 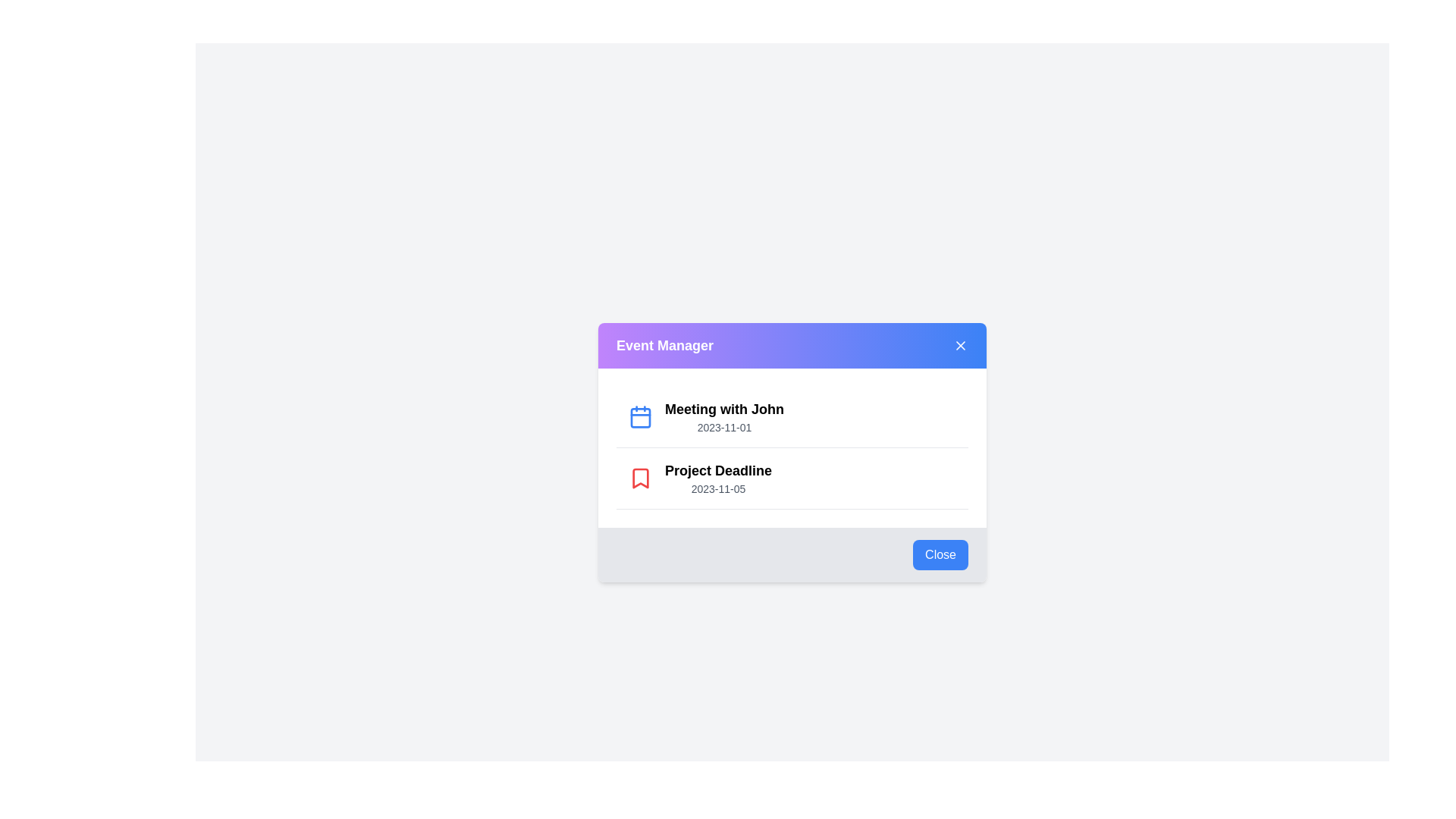 What do you see at coordinates (640, 417) in the screenshot?
I see `the calendar icon next to the event` at bounding box center [640, 417].